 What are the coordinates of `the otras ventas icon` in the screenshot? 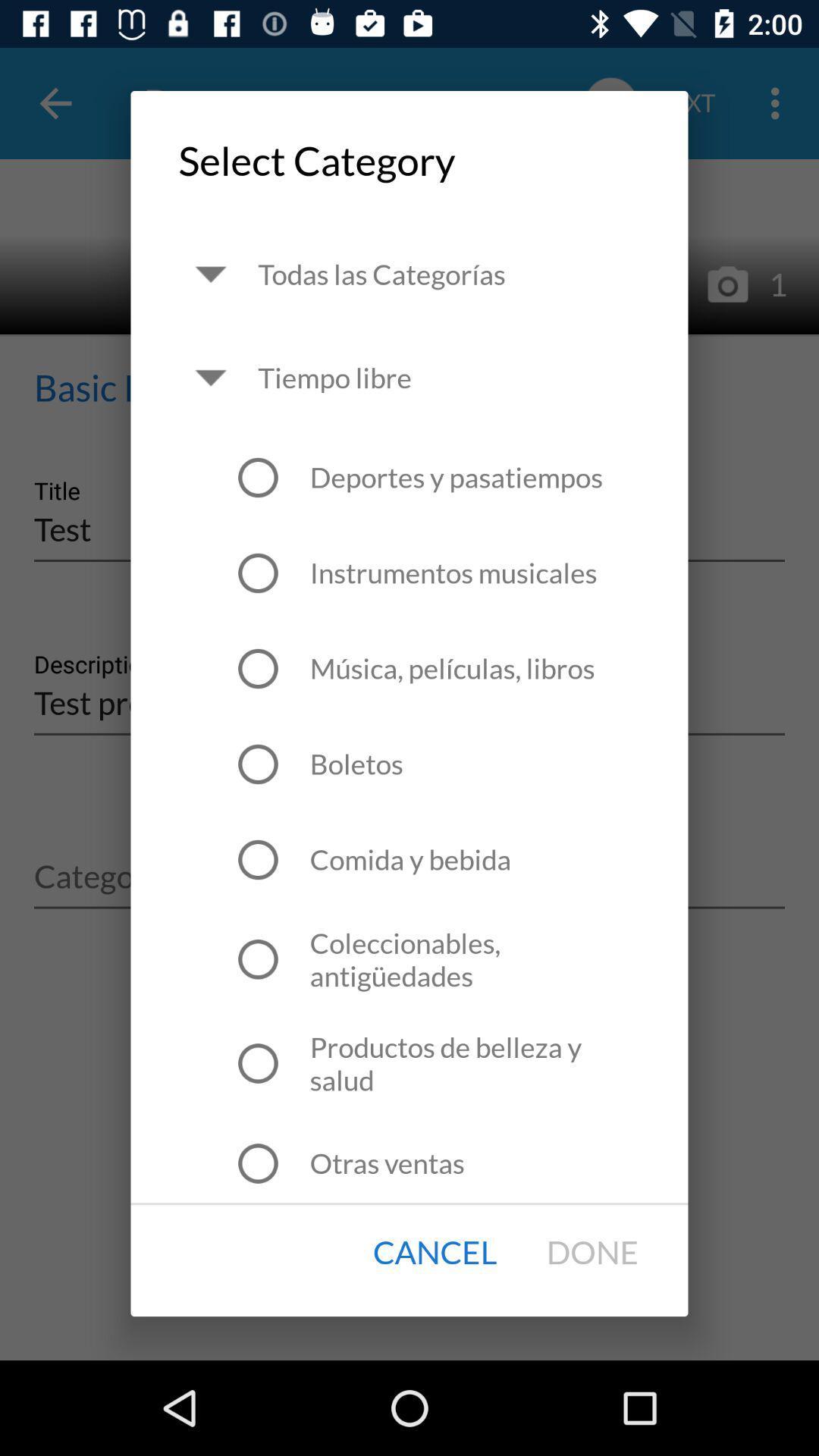 It's located at (386, 1163).